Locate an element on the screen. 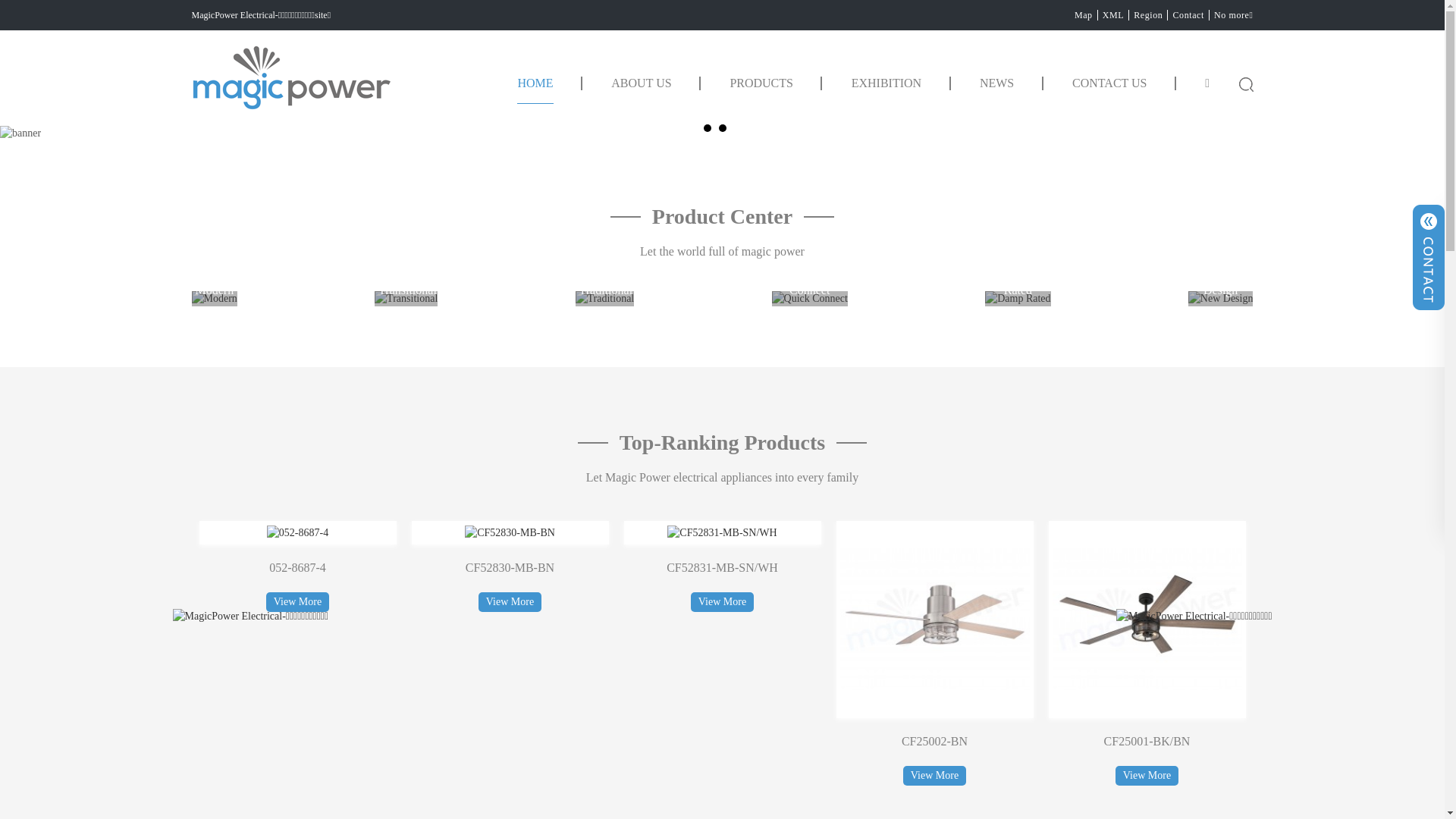  'Transitional' is located at coordinates (406, 299).